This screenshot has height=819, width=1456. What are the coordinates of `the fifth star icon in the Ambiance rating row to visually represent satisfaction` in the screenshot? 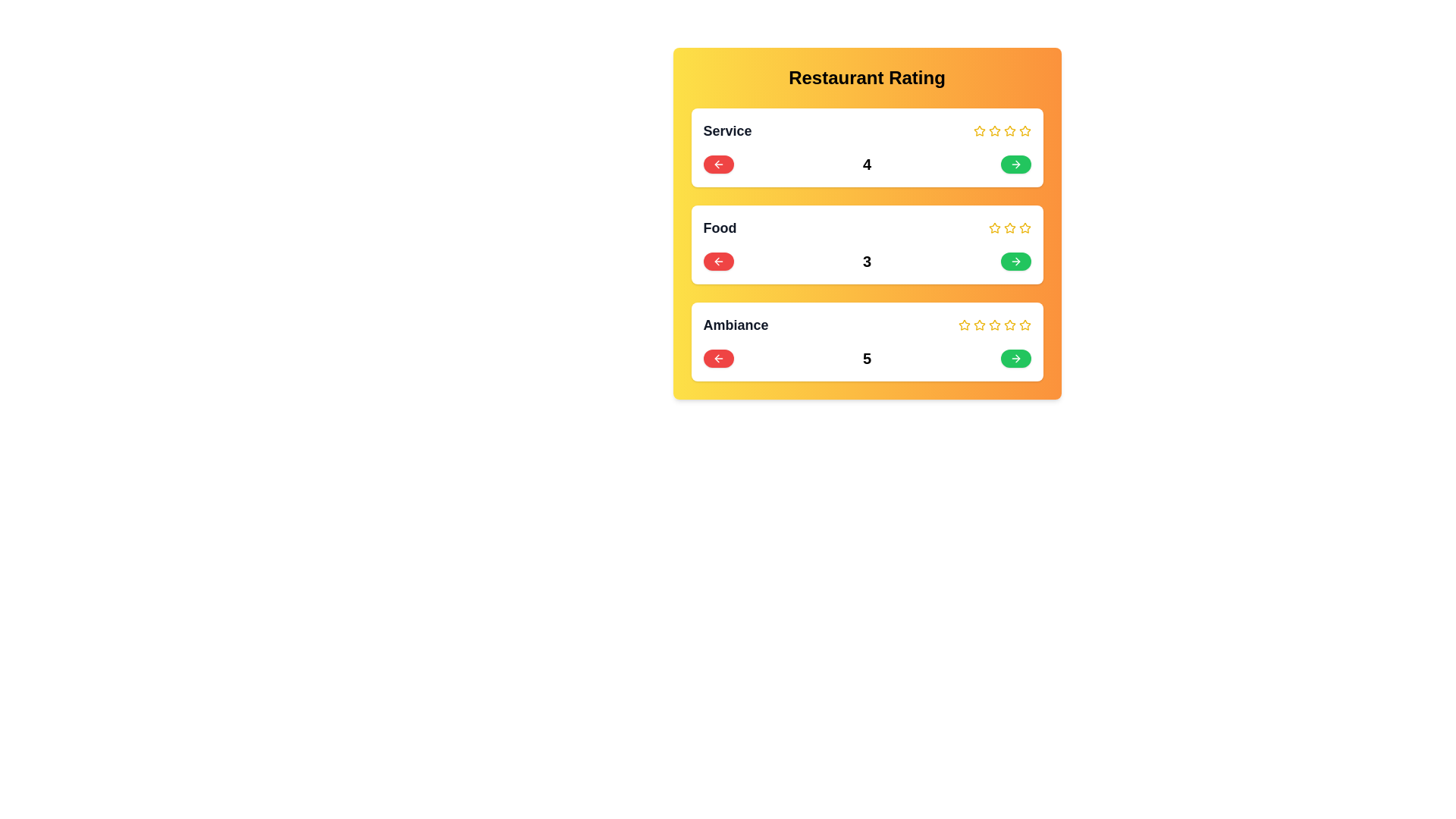 It's located at (1009, 324).